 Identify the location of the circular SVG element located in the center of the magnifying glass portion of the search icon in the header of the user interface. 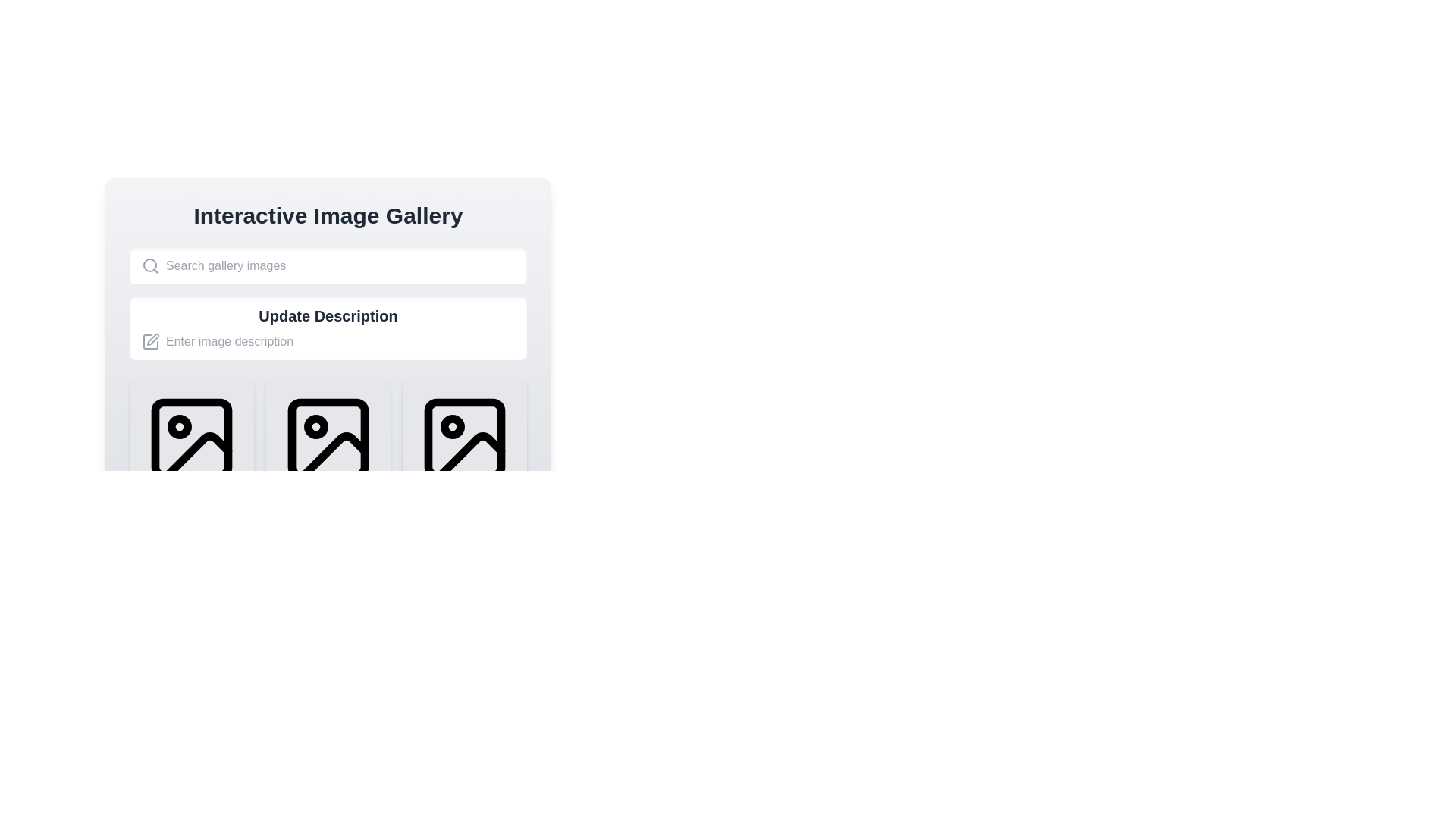
(149, 265).